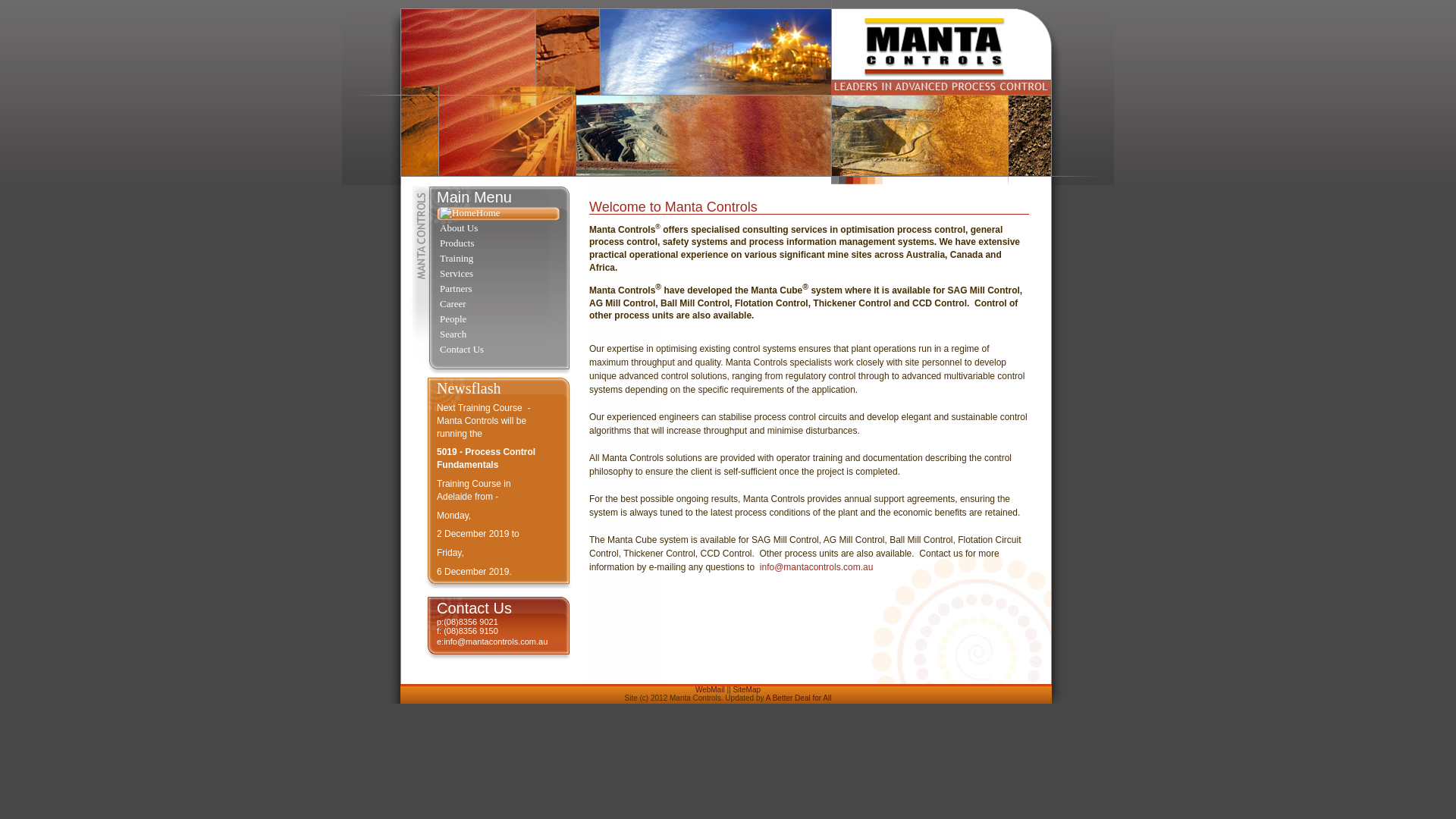  What do you see at coordinates (436, 289) in the screenshot?
I see `'Partners'` at bounding box center [436, 289].